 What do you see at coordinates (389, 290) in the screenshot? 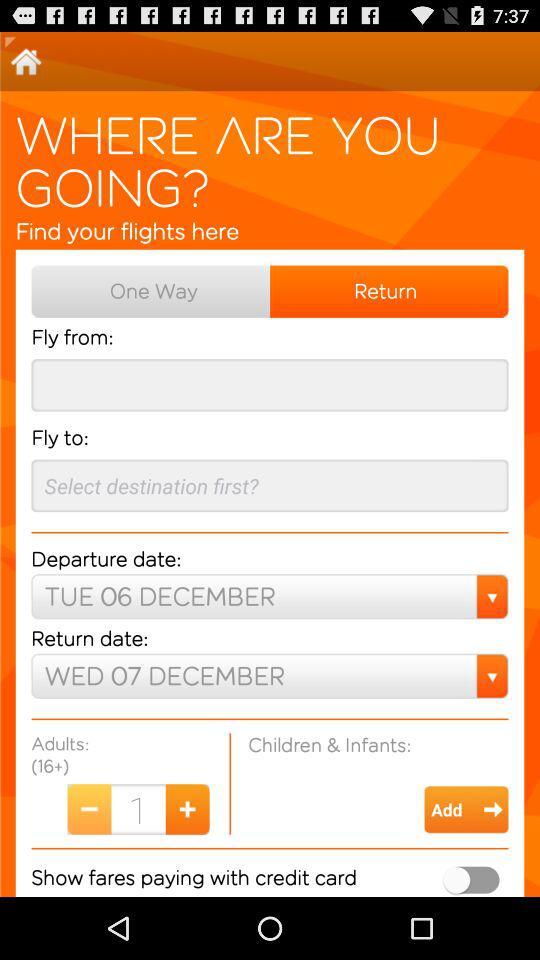
I see `return which is next to one way` at bounding box center [389, 290].